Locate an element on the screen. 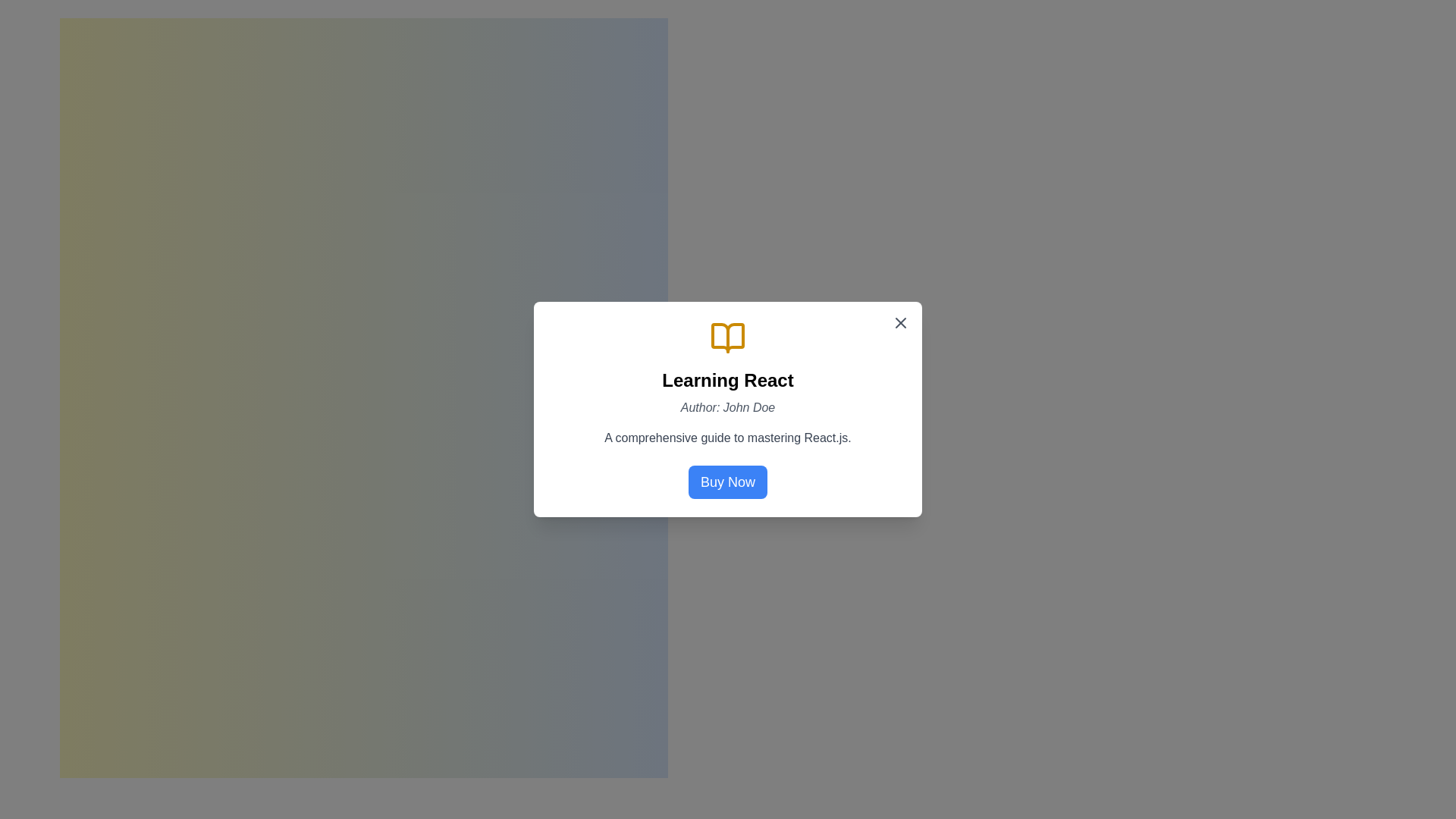 This screenshot has height=819, width=1456. the yellow open book icon located at the top of the modal dialog above the title 'Learning React' is located at coordinates (728, 337).